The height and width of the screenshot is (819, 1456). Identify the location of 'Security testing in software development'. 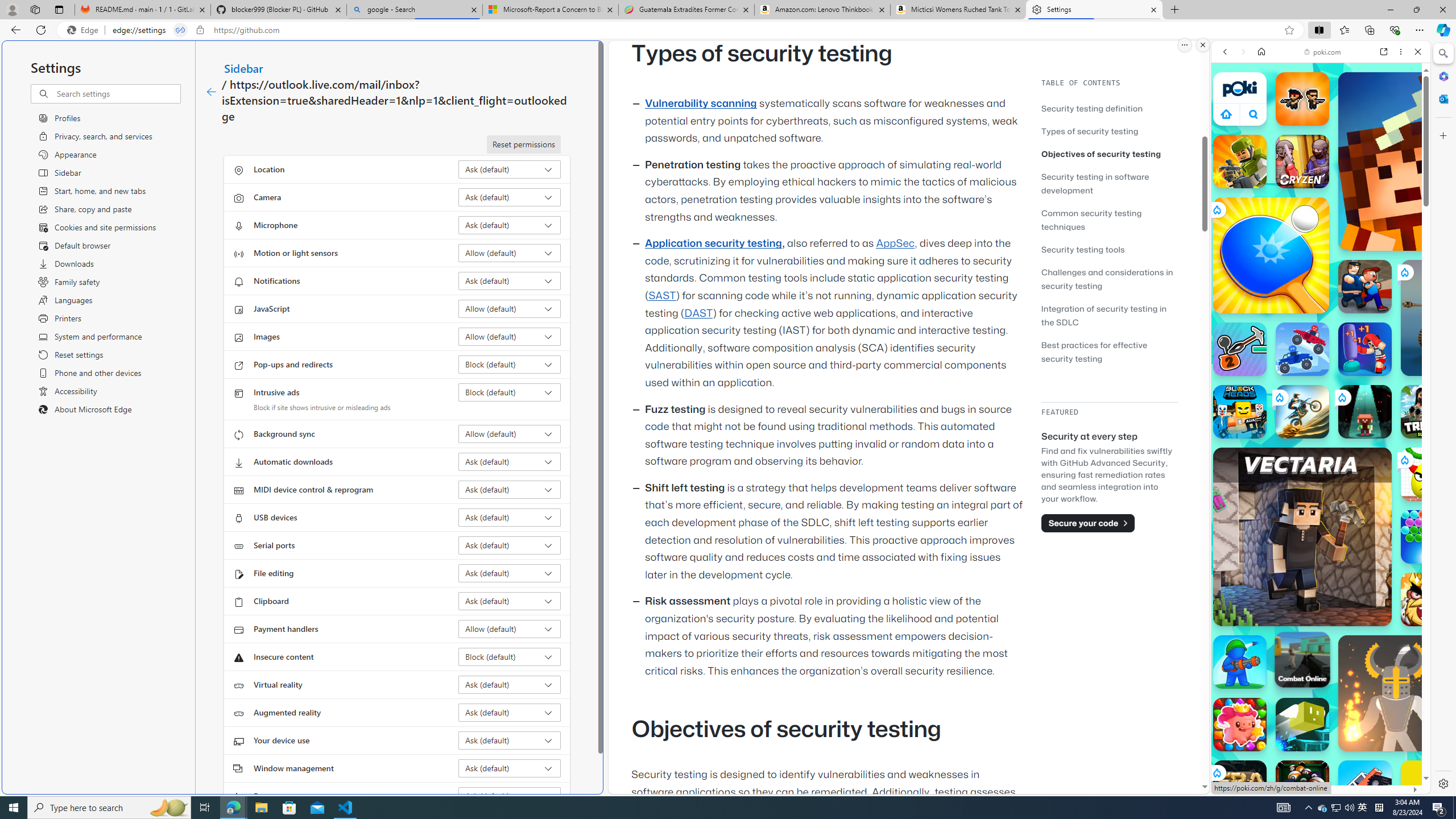
(1094, 183).